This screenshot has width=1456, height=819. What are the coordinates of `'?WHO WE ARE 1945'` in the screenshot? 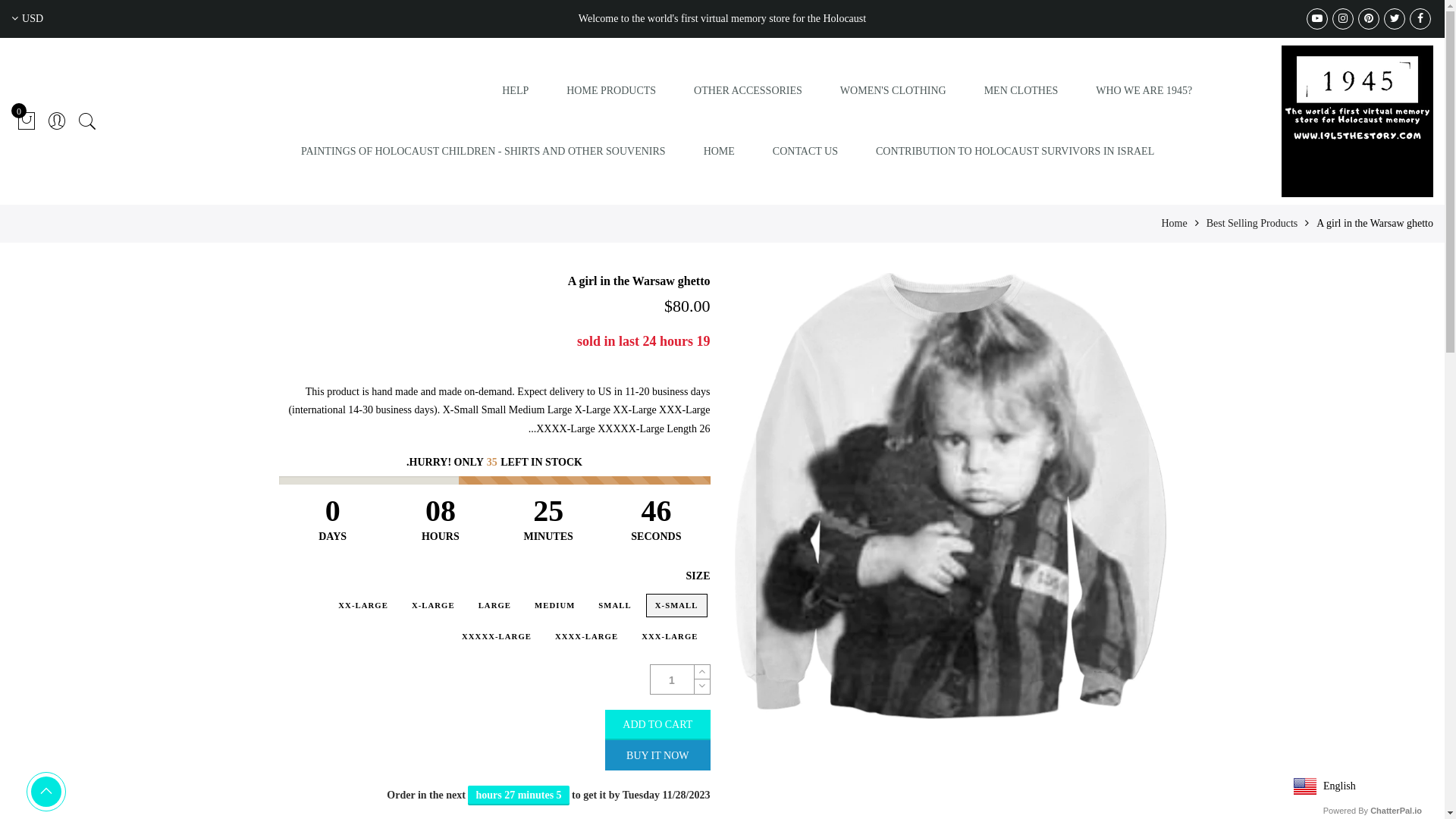 It's located at (1144, 90).